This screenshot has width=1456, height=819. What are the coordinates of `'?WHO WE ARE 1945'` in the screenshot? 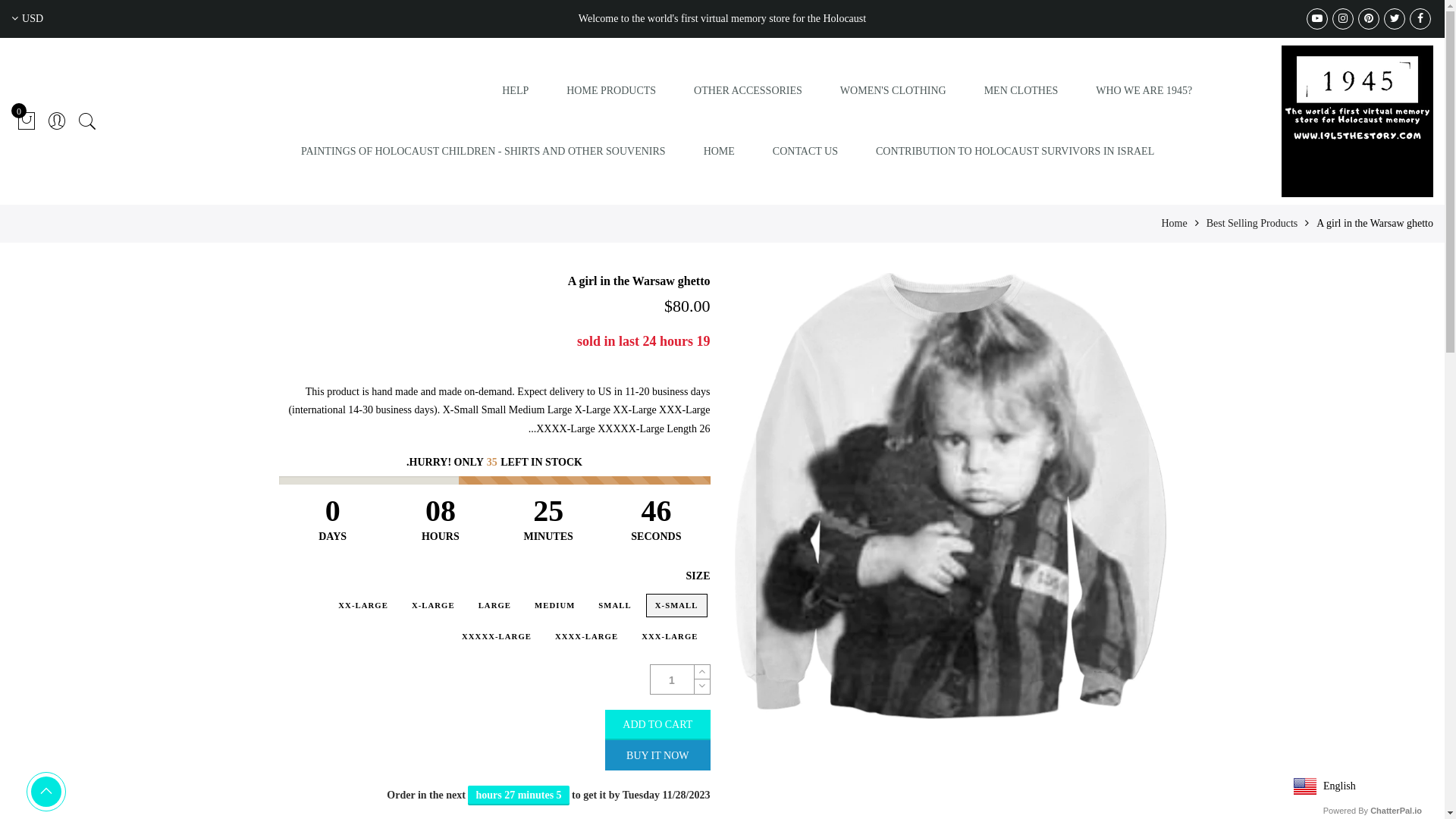 It's located at (1144, 90).